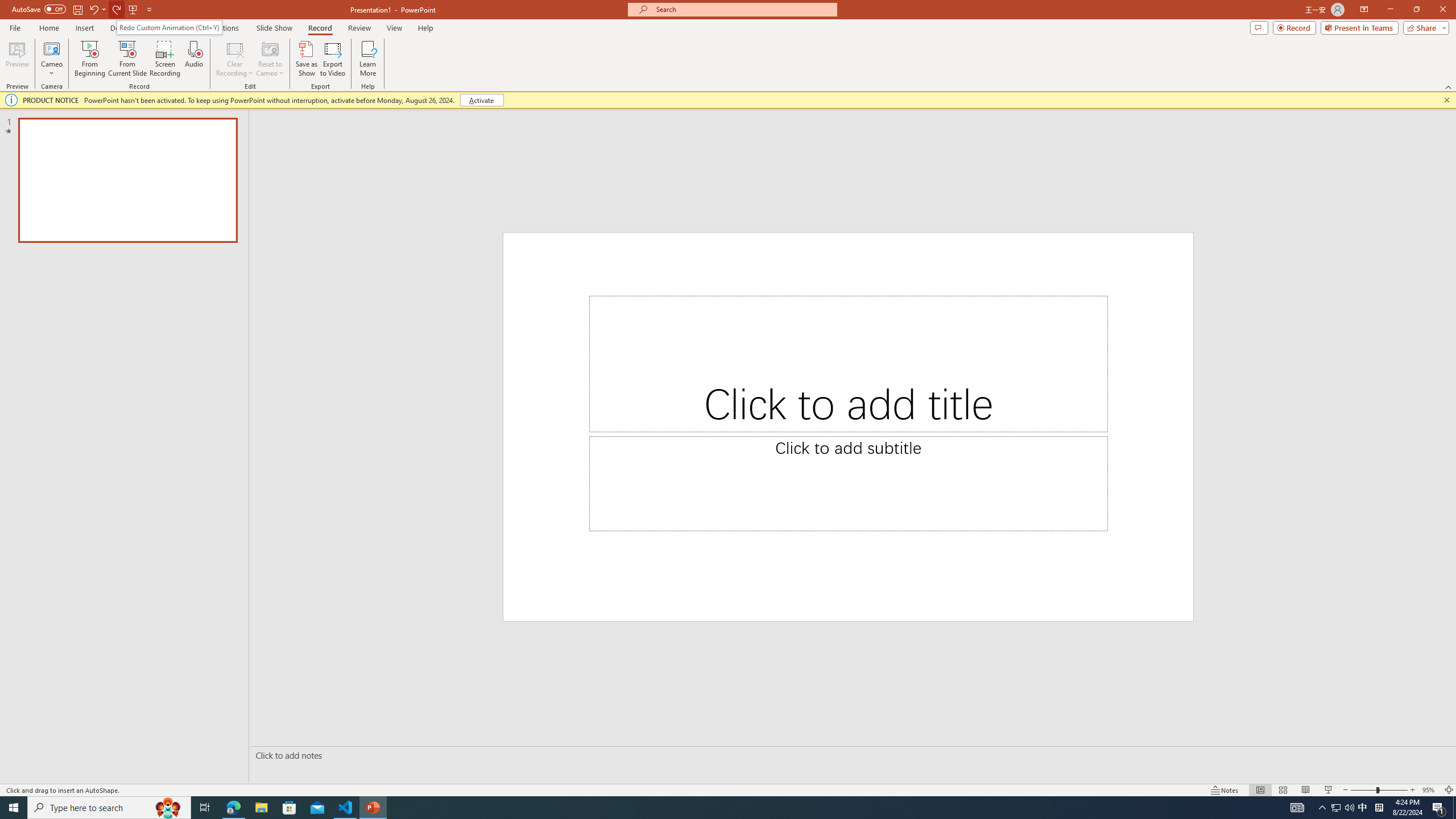 This screenshot has width=1456, height=819. Describe the element at coordinates (127, 59) in the screenshot. I see `'From Current Slide...'` at that location.